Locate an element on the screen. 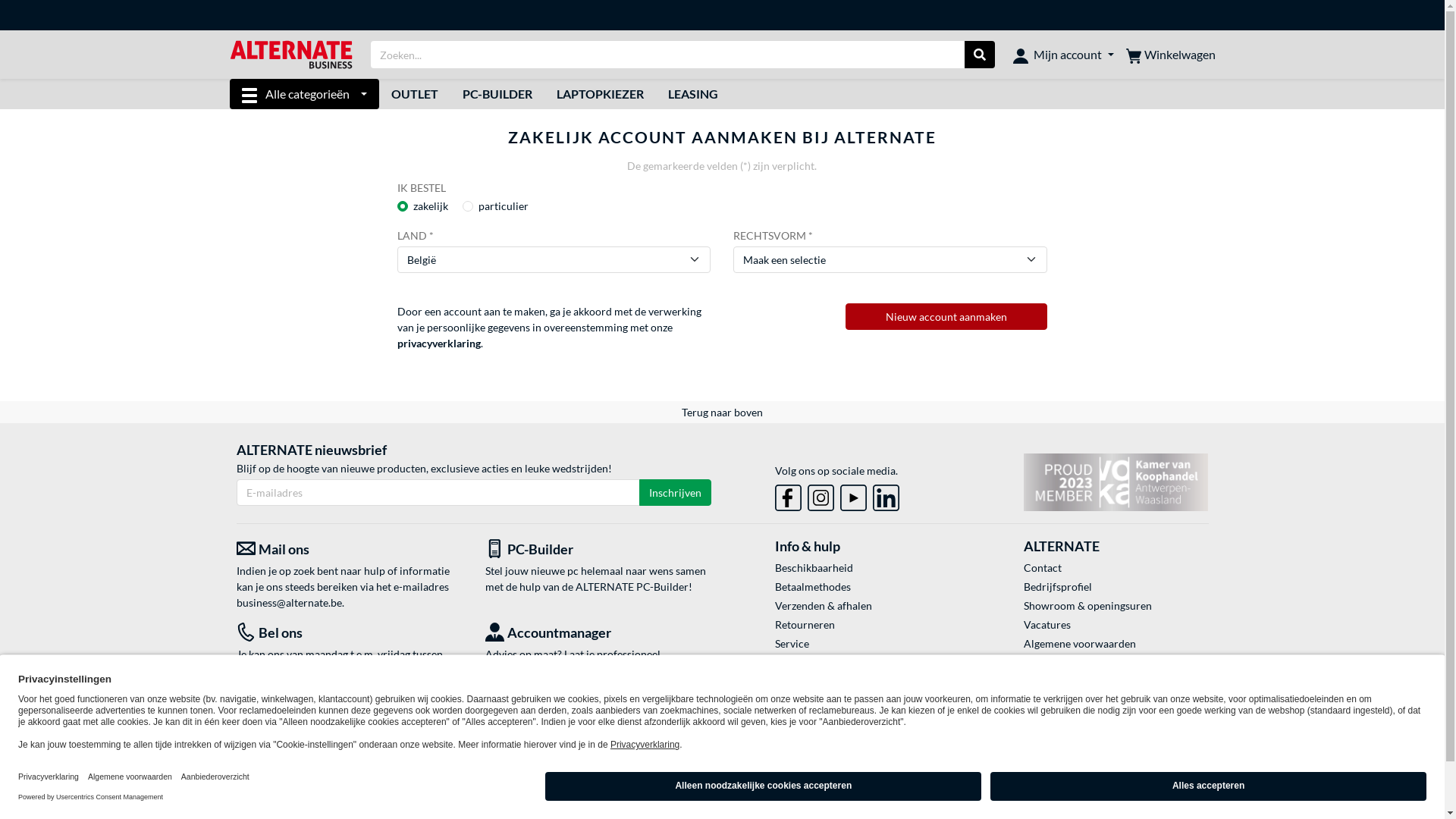 The height and width of the screenshot is (819, 1456). 'Terug naar boven' is located at coordinates (721, 412).